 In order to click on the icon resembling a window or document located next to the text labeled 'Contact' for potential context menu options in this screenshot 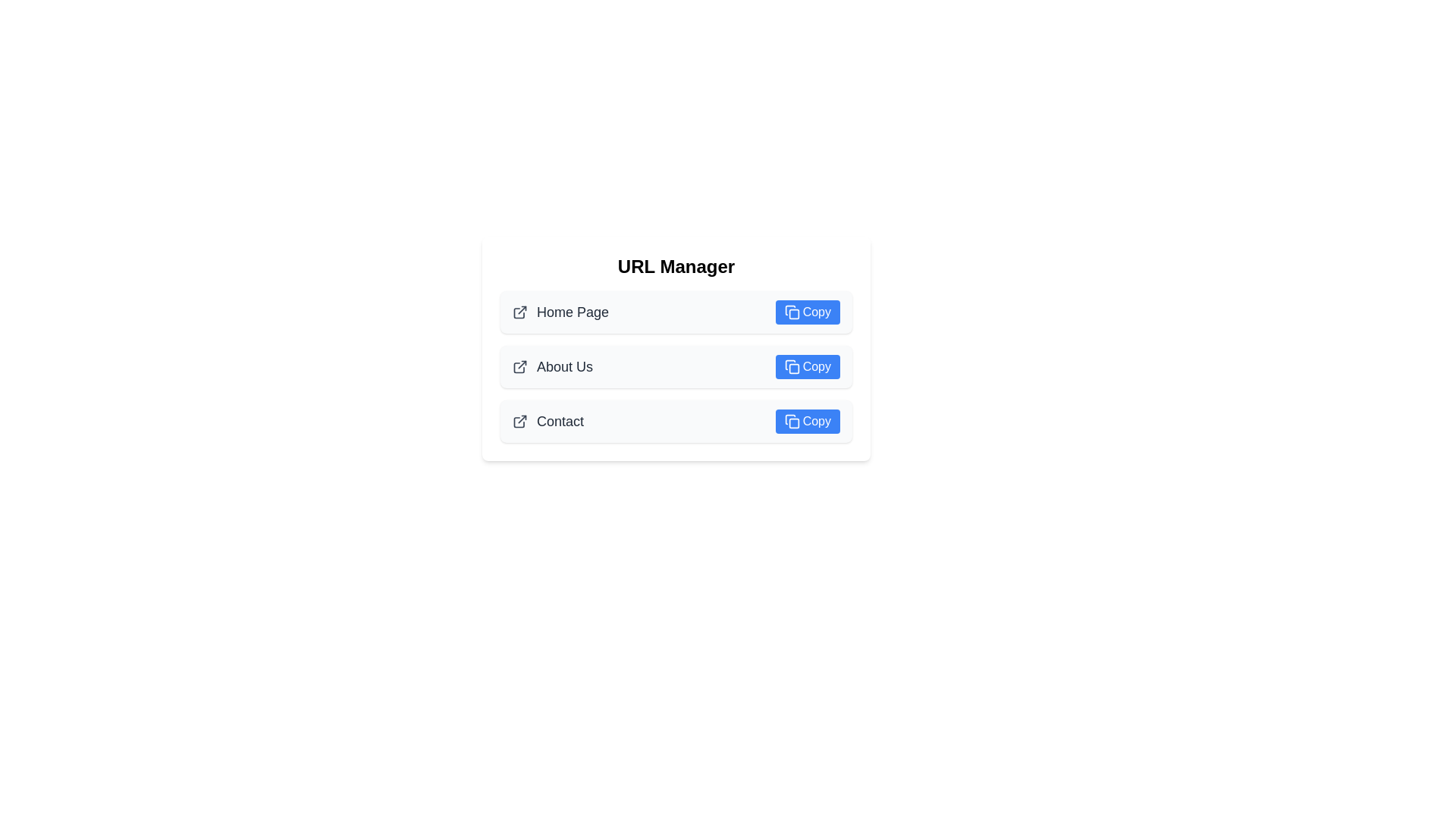, I will do `click(519, 422)`.